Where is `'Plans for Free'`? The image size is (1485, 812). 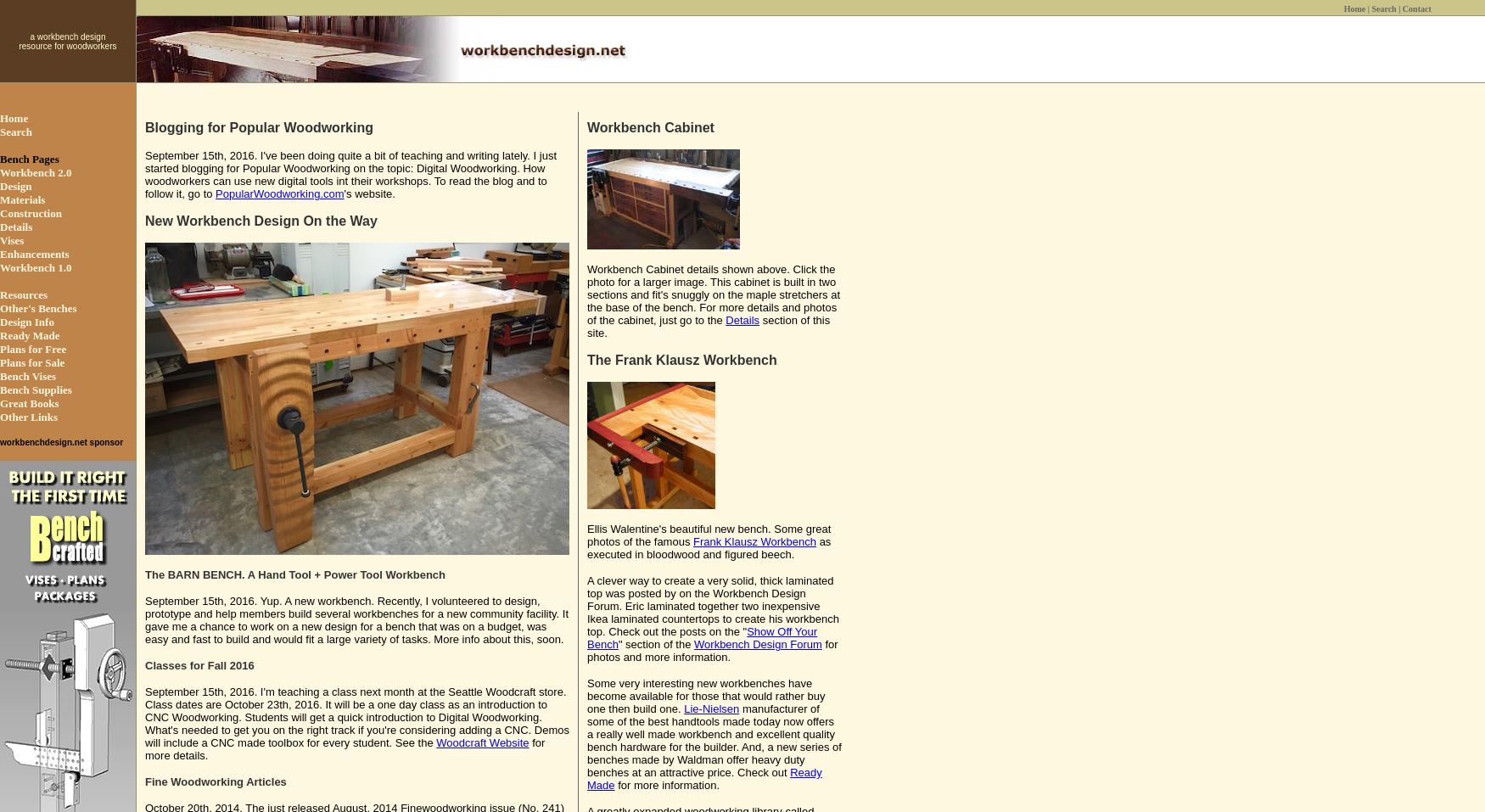
'Plans for Free' is located at coordinates (32, 348).